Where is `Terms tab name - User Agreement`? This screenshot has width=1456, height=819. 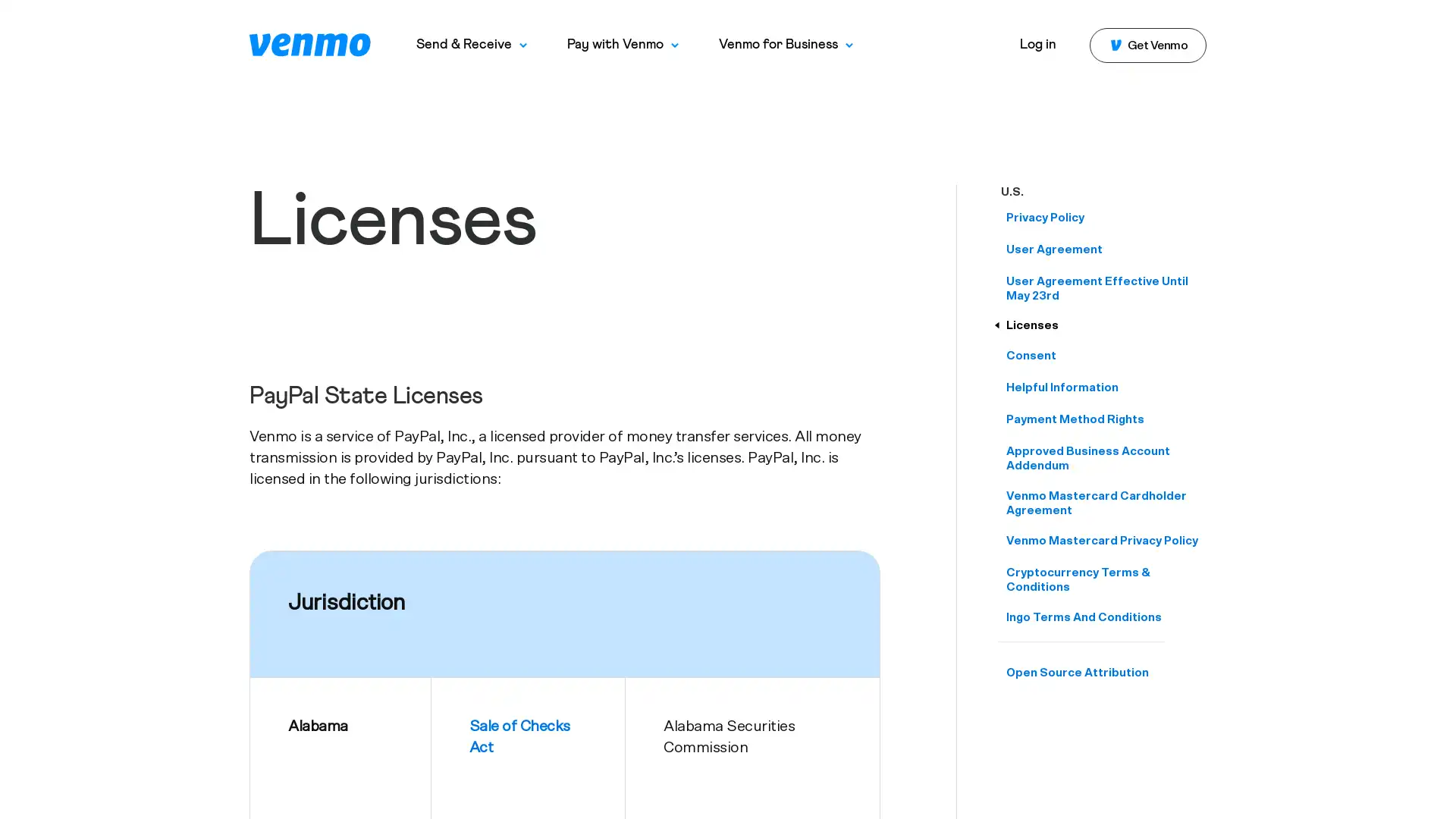 Terms tab name - User Agreement is located at coordinates (1106, 249).